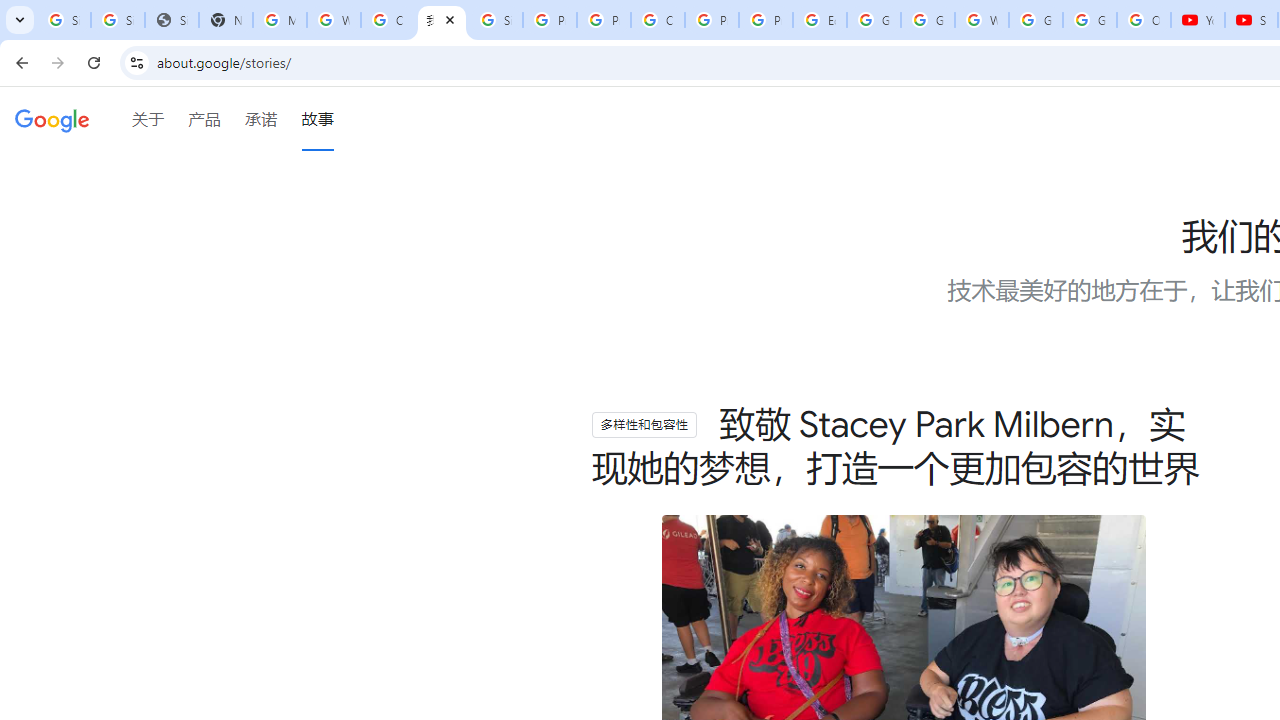 Image resolution: width=1280 pixels, height=720 pixels. Describe the element at coordinates (1198, 20) in the screenshot. I see `'YouTube'` at that location.